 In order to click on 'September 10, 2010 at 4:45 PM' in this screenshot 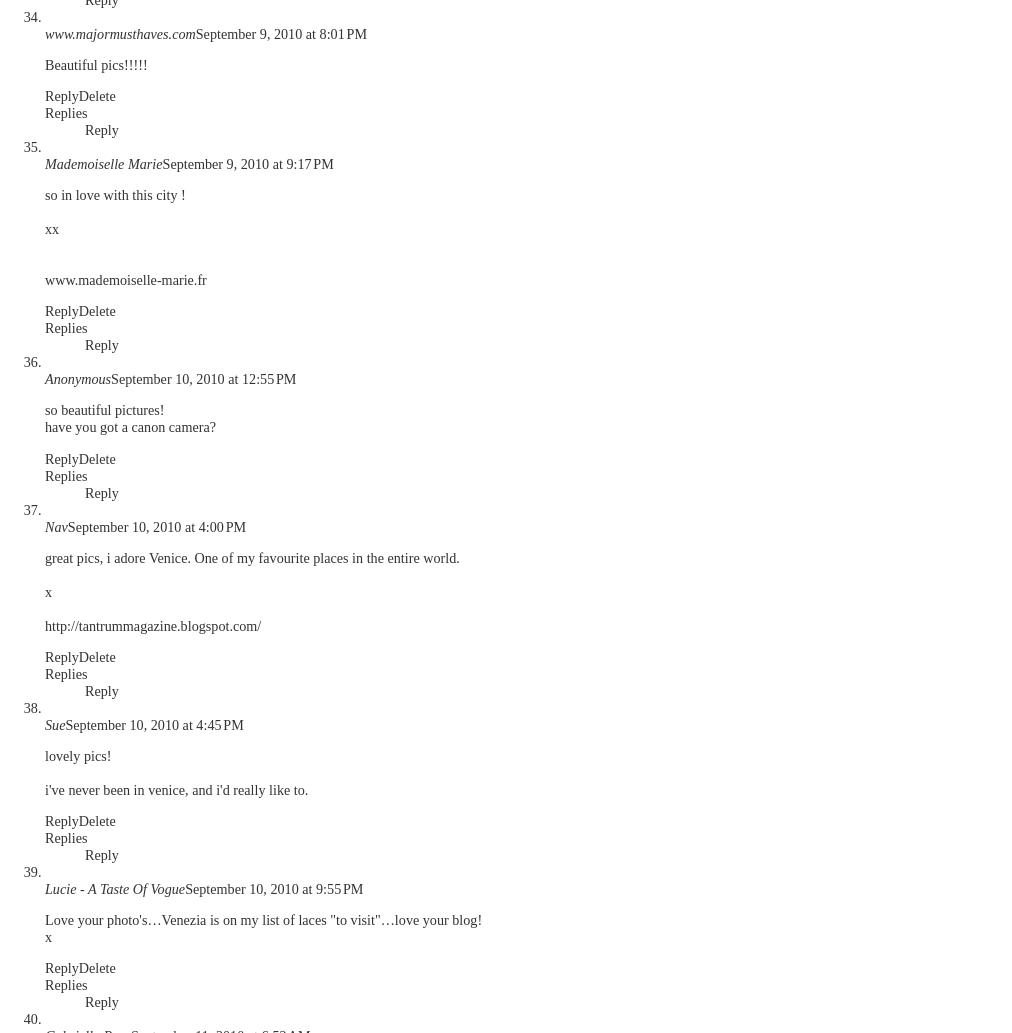, I will do `click(154, 724)`.